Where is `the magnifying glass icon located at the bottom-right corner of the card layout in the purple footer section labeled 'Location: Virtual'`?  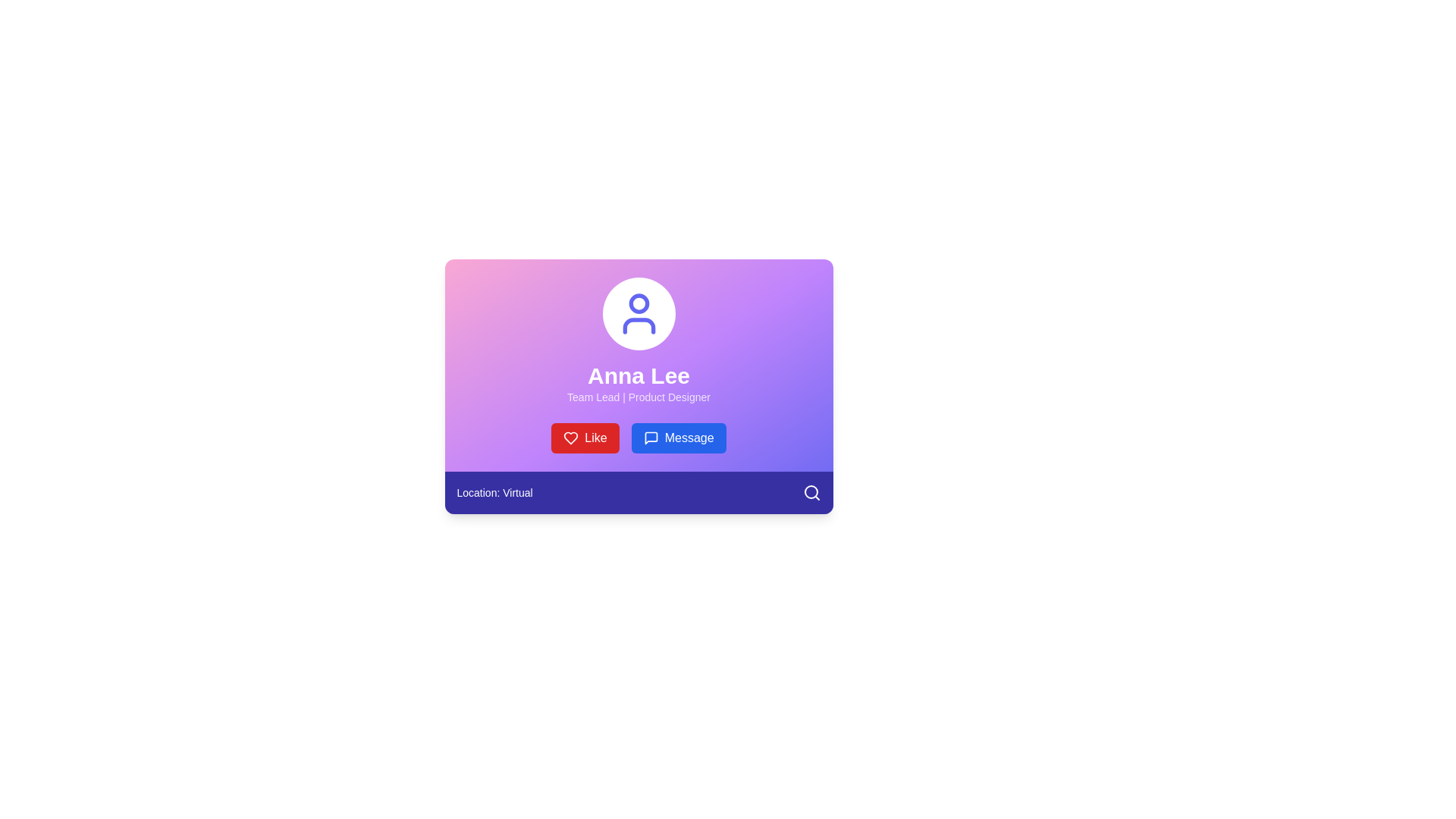
the magnifying glass icon located at the bottom-right corner of the card layout in the purple footer section labeled 'Location: Virtual' is located at coordinates (811, 493).